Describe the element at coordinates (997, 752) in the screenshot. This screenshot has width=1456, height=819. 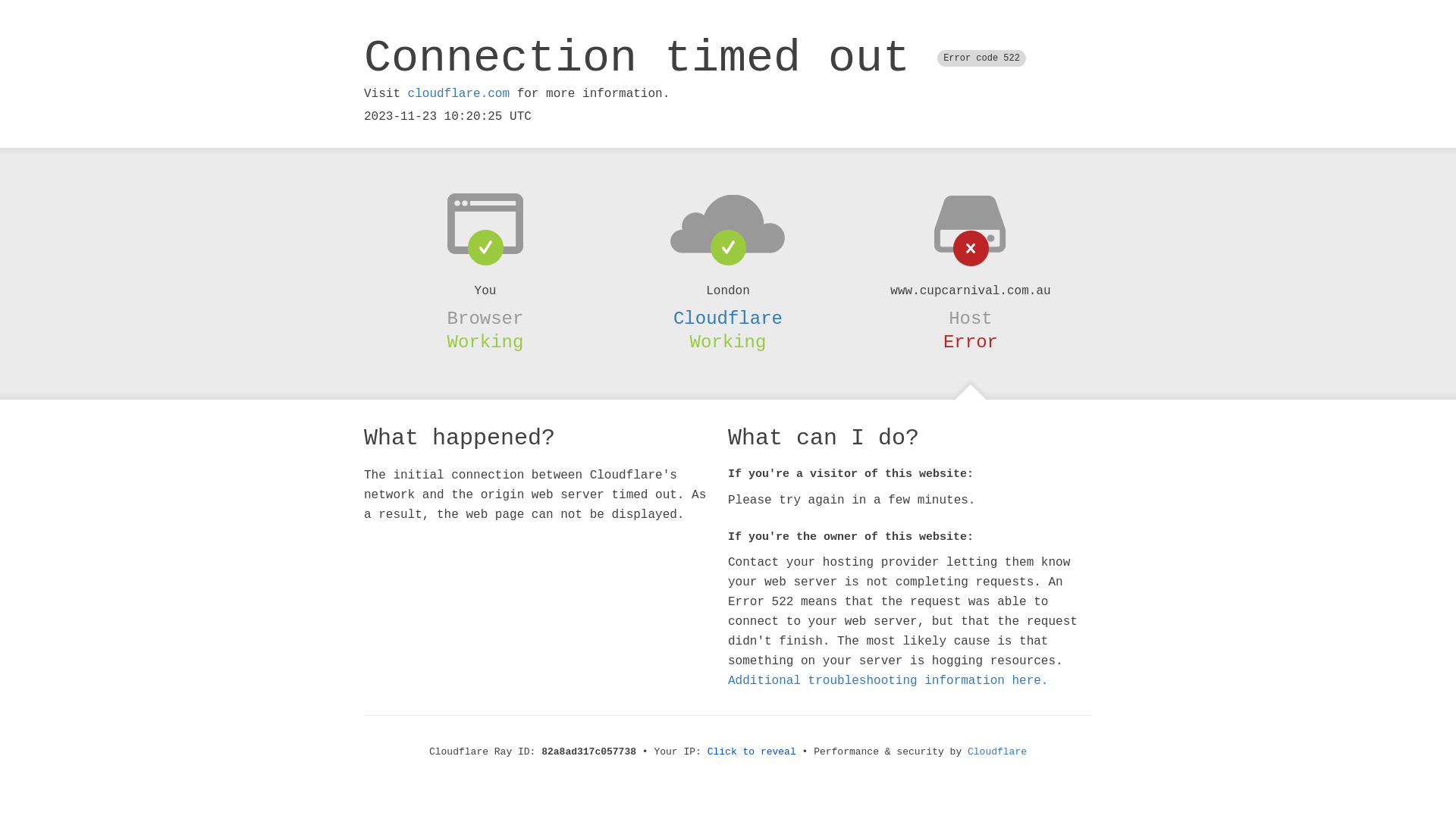
I see `'Cloudflare'` at that location.